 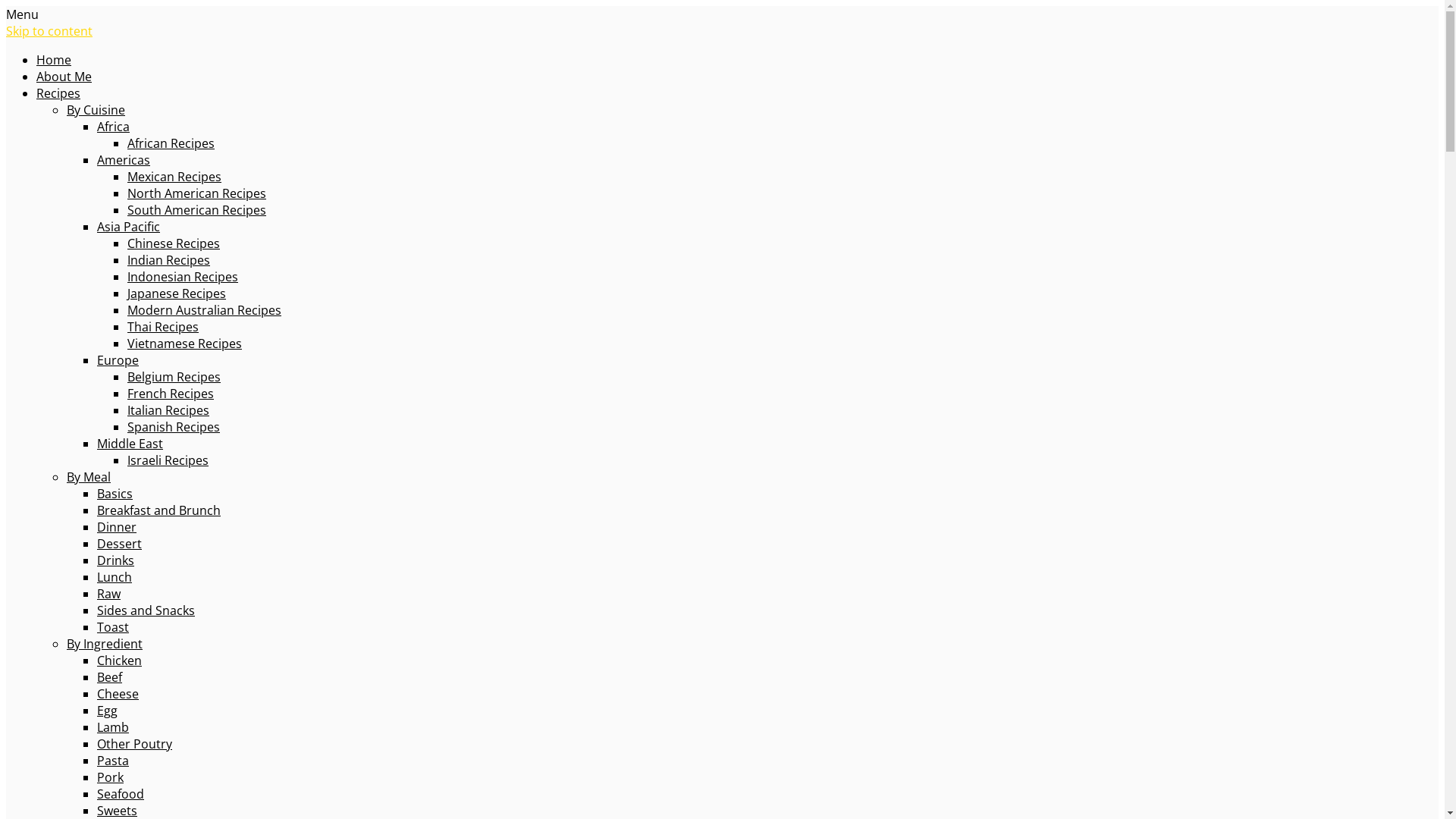 What do you see at coordinates (196, 210) in the screenshot?
I see `'South American Recipes'` at bounding box center [196, 210].